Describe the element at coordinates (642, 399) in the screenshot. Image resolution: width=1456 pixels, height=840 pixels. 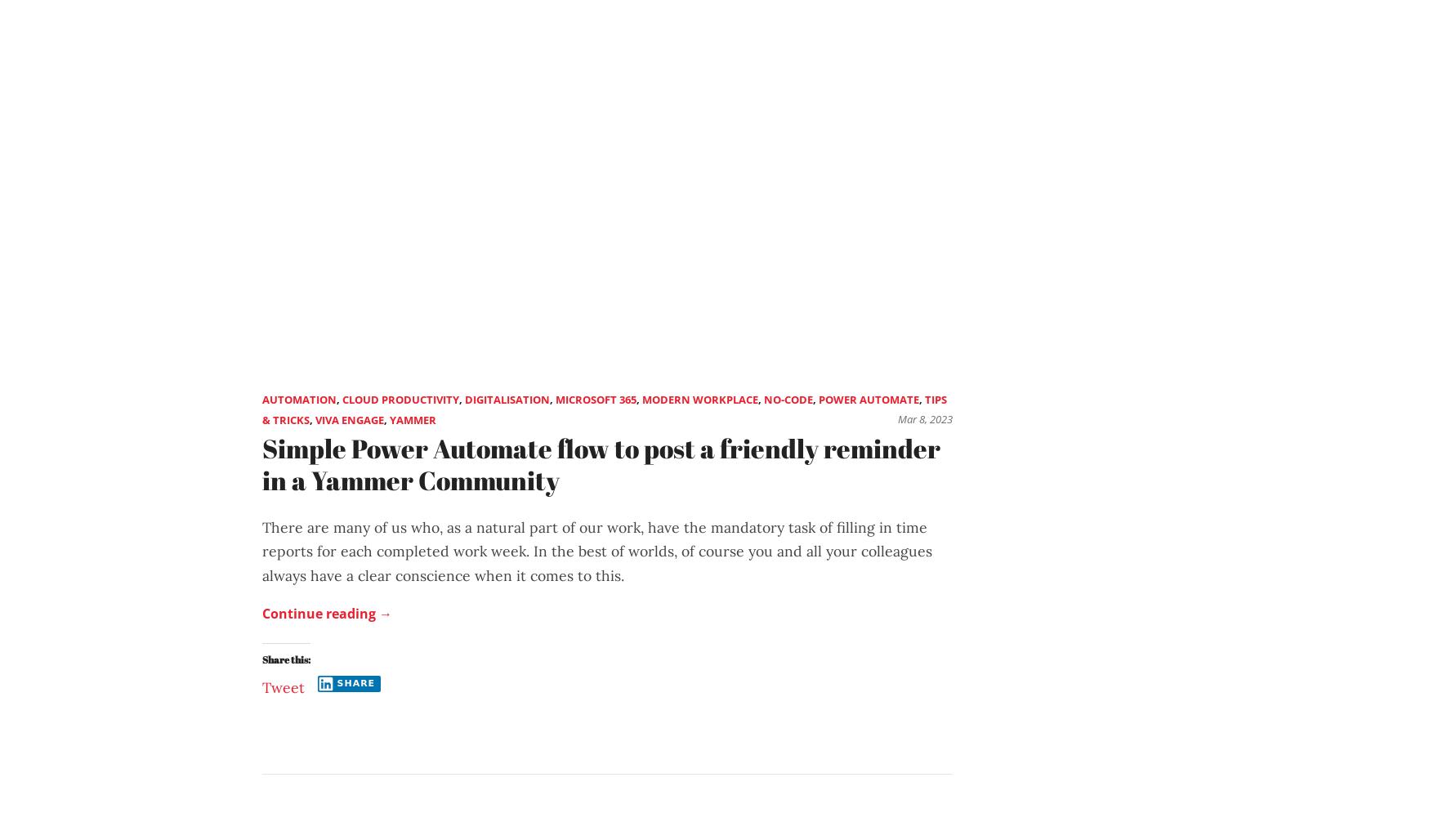
I see `'Modern Workplace'` at that location.